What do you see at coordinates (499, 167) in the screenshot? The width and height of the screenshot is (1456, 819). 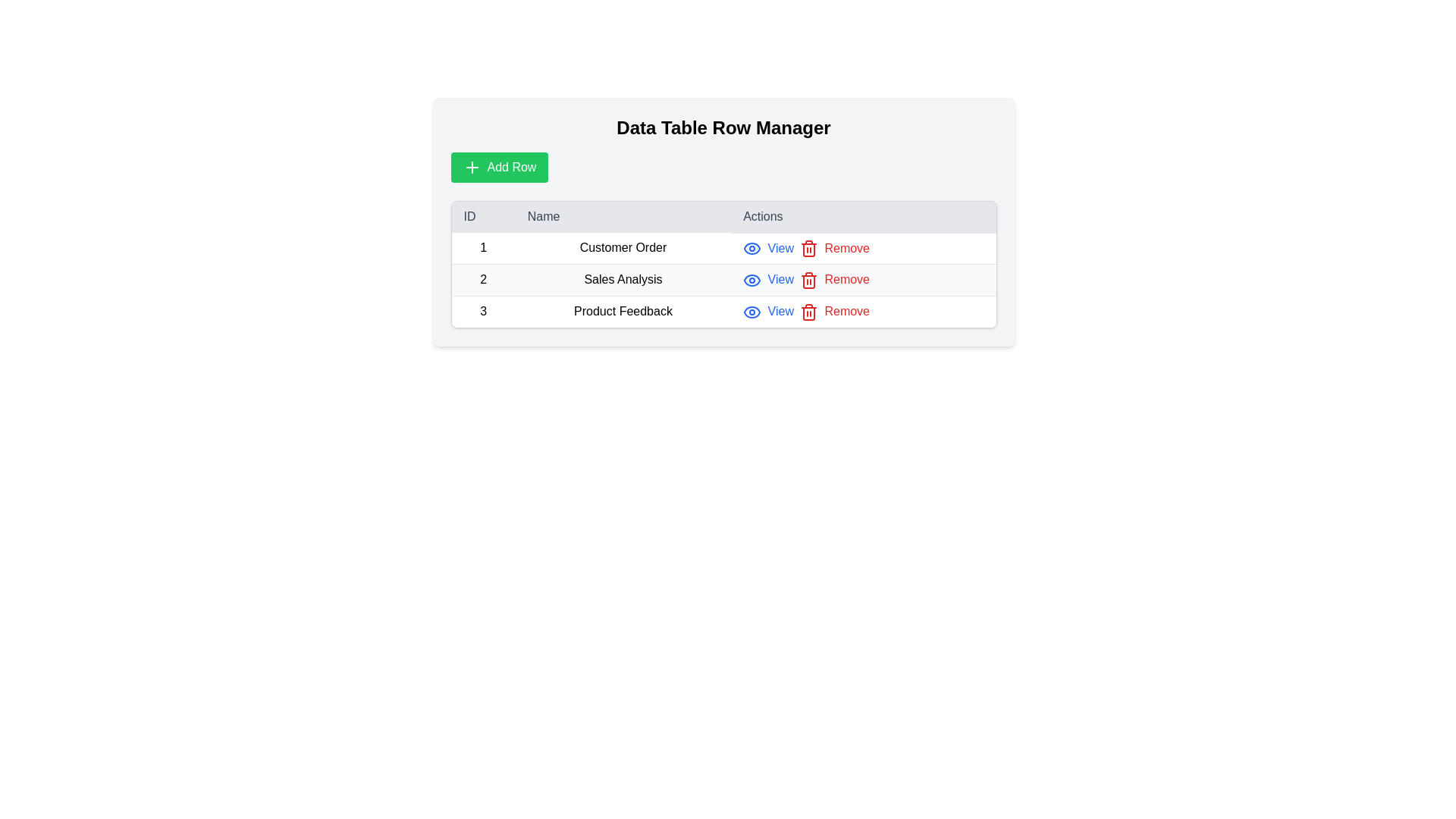 I see `the 'Add Row' button located beneath the title 'Data Table Row Manager'` at bounding box center [499, 167].